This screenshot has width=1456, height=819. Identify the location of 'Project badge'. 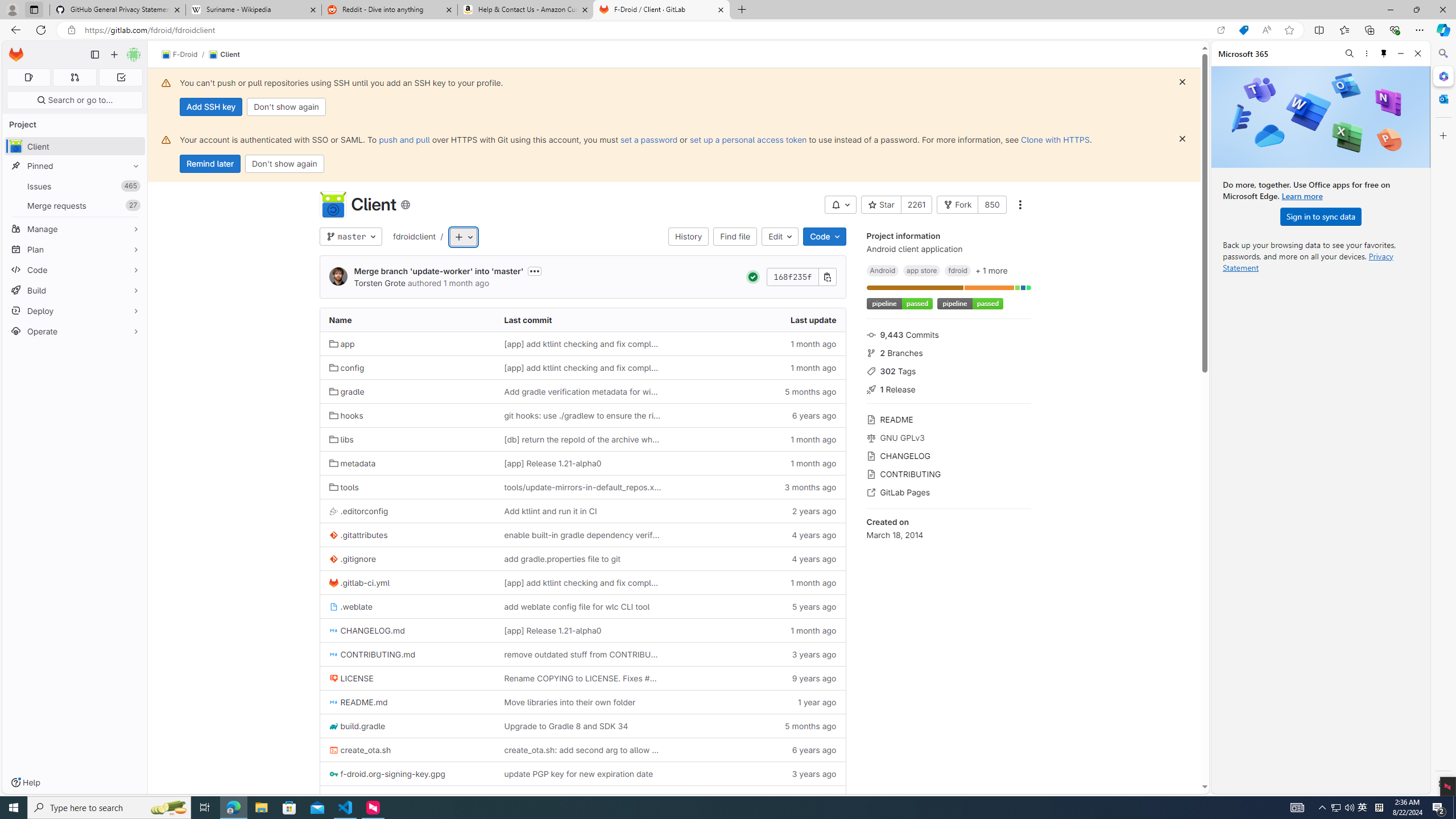
(969, 303).